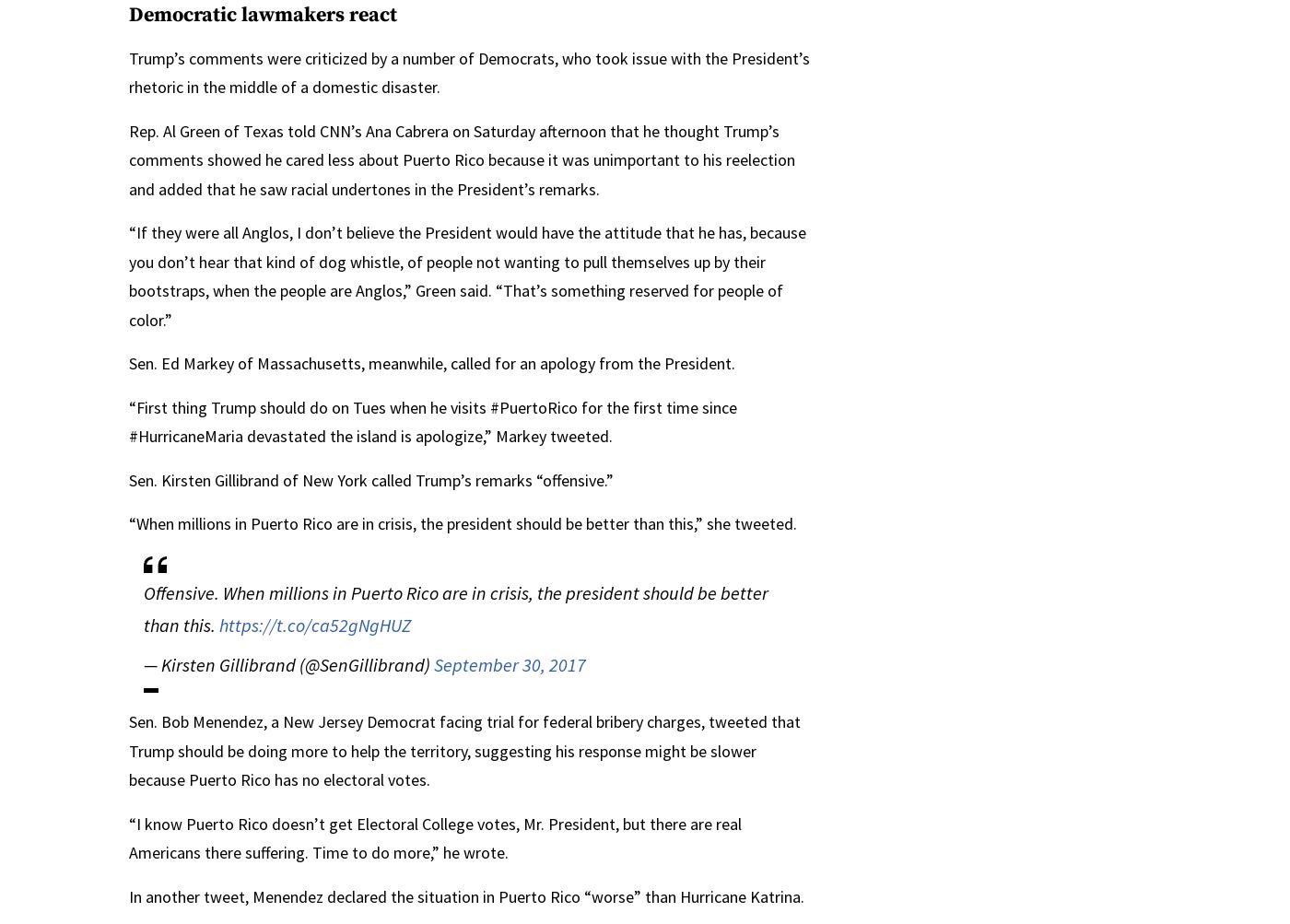 This screenshot has height=924, width=1290. Describe the element at coordinates (263, 15) in the screenshot. I see `'Democratic lawmakers react'` at that location.